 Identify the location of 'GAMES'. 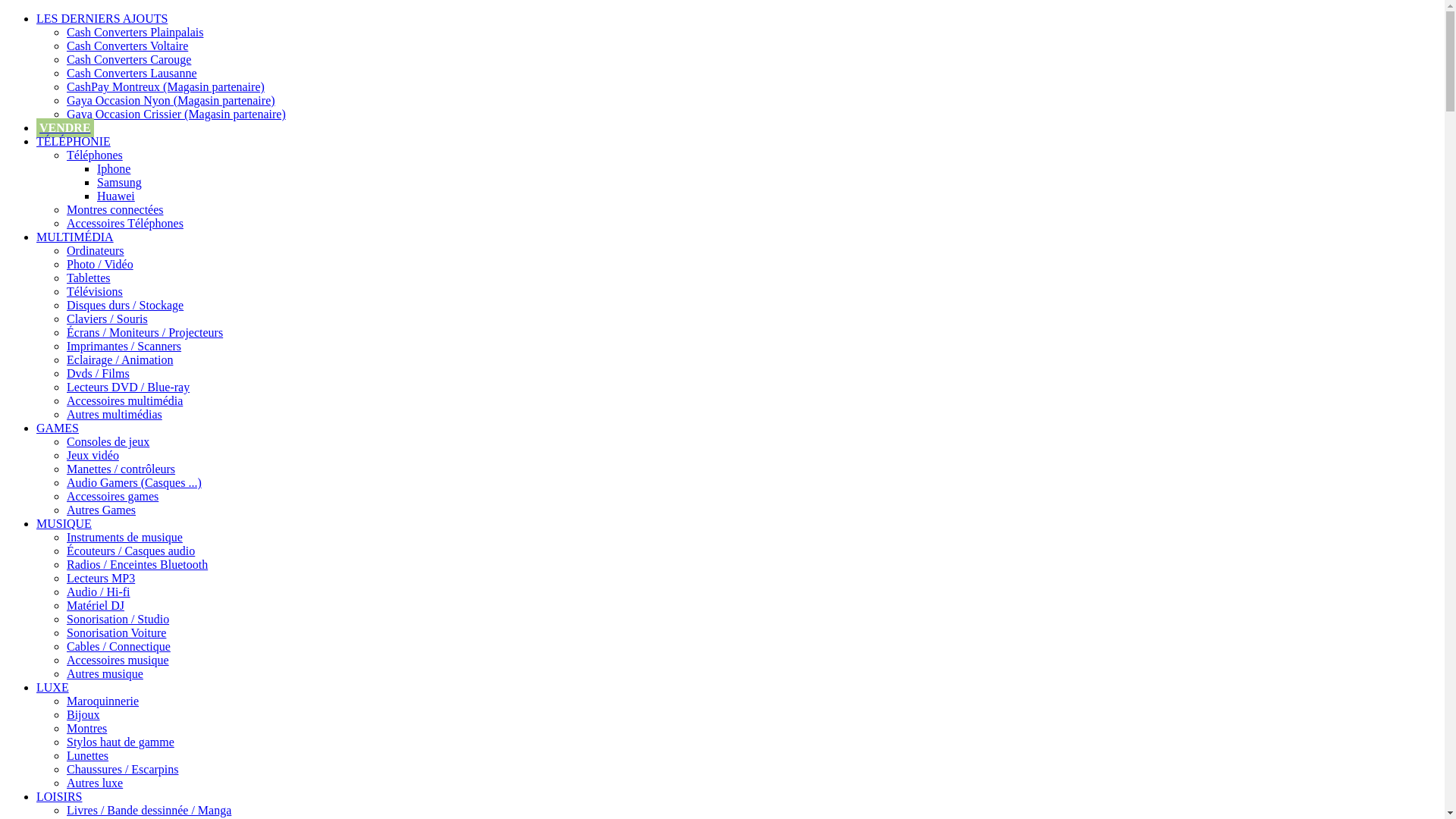
(58, 428).